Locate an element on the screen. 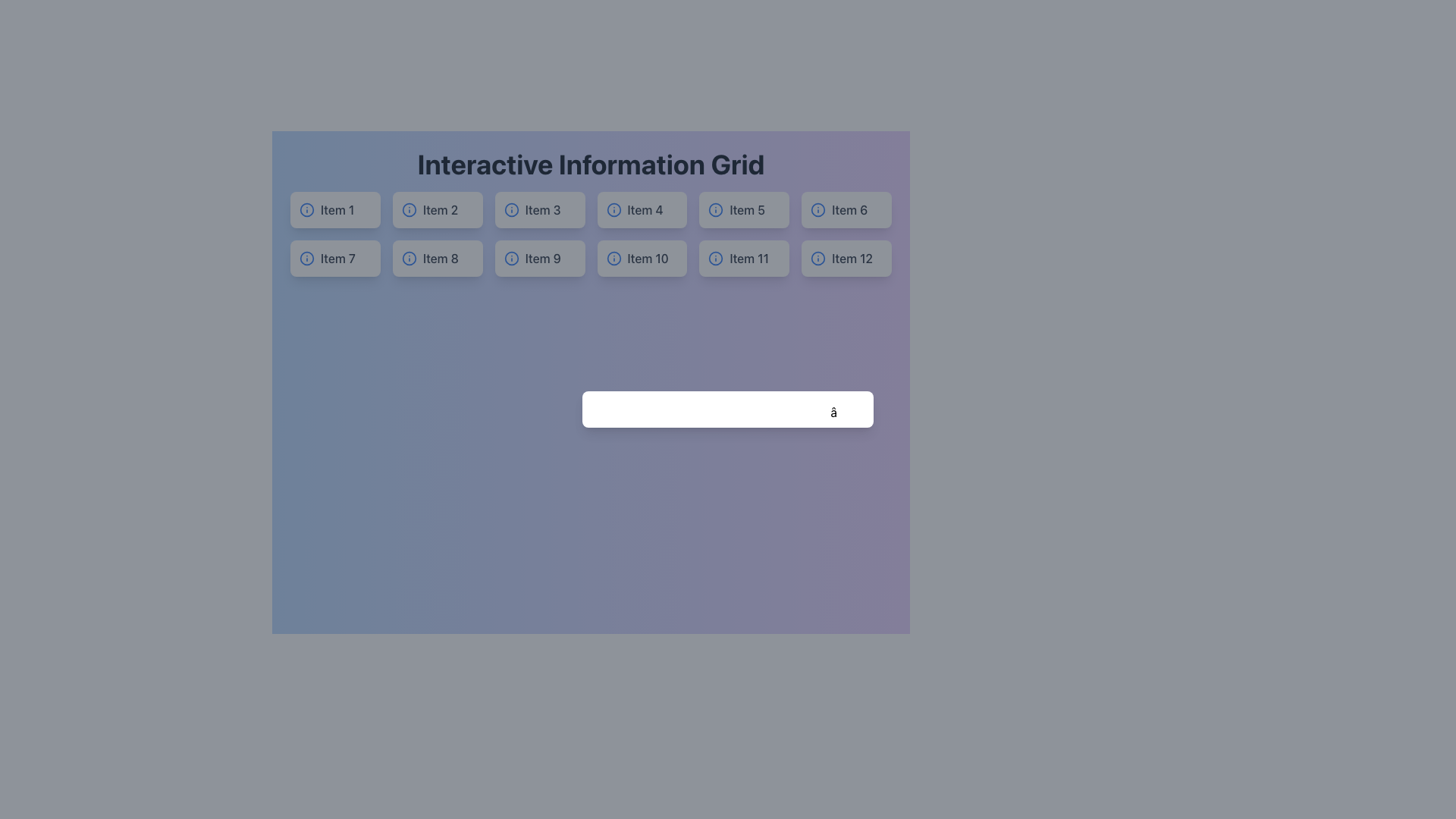 This screenshot has height=819, width=1456. the interactive card representing 'Item 5', which is located in the fifth column of the grid layout is located at coordinates (744, 210).